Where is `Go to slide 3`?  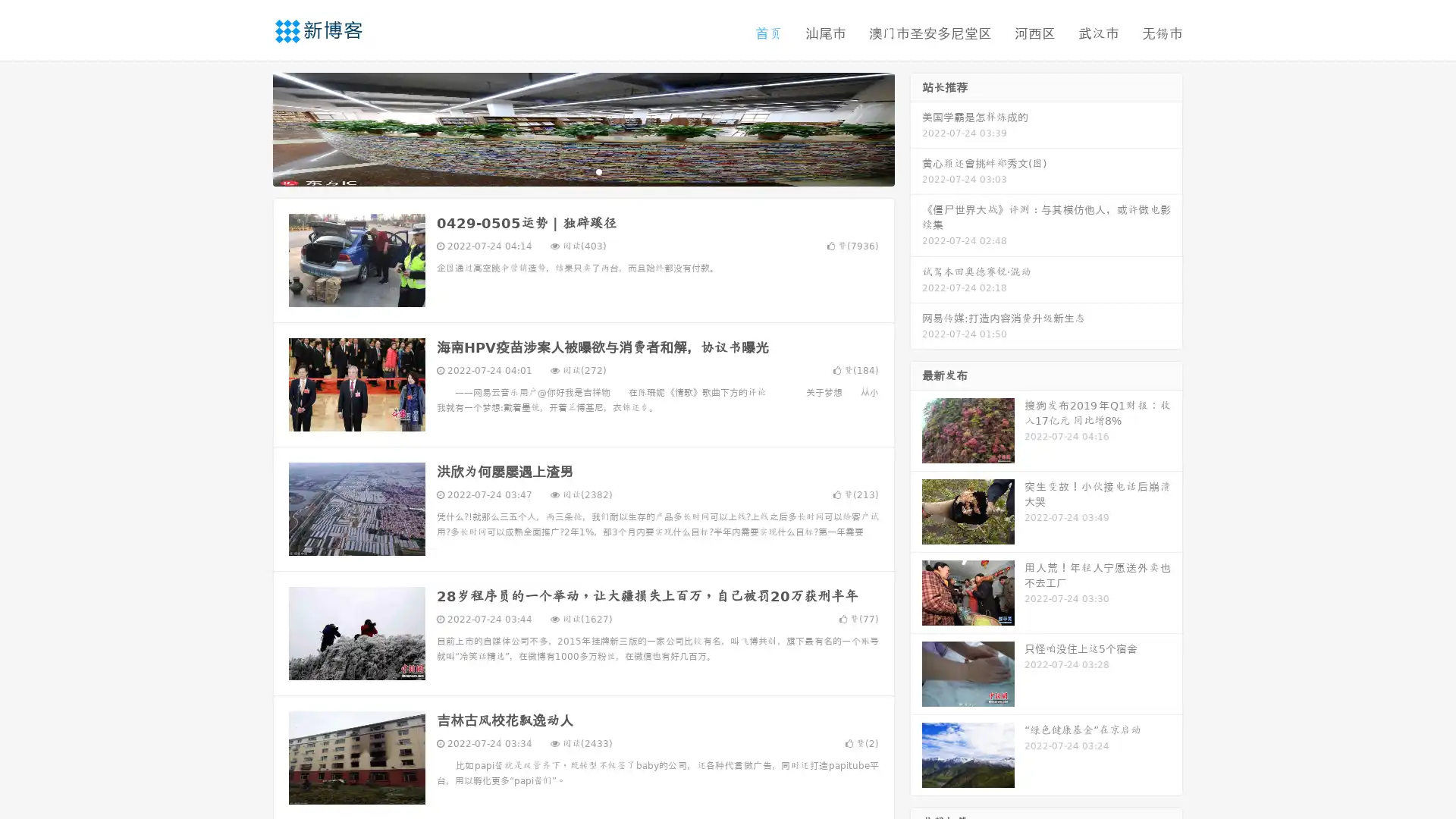
Go to slide 3 is located at coordinates (598, 171).